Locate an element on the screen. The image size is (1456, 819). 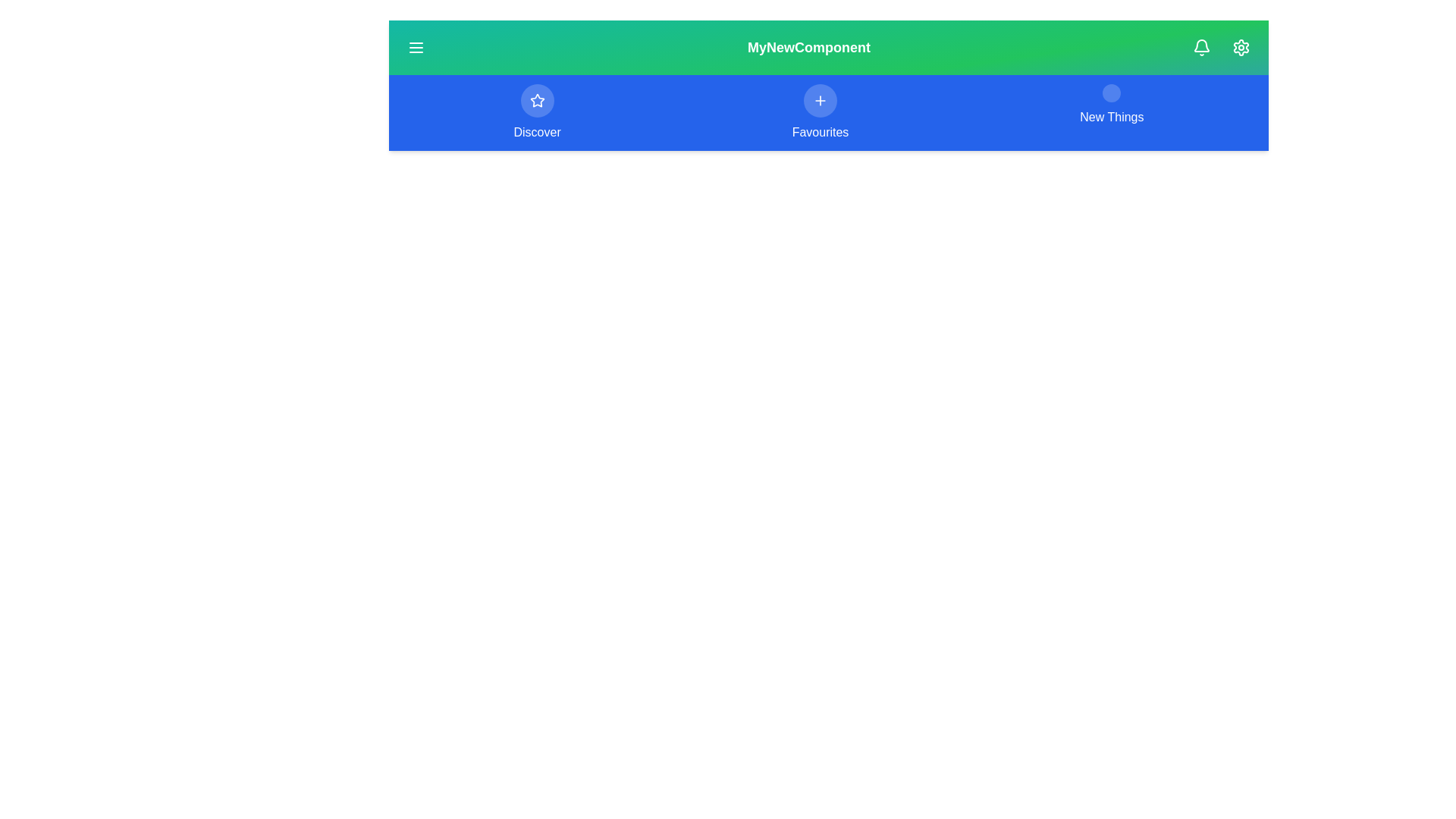
the title text 'MyNewComponent' displayed in the center of the app bar is located at coordinates (808, 46).